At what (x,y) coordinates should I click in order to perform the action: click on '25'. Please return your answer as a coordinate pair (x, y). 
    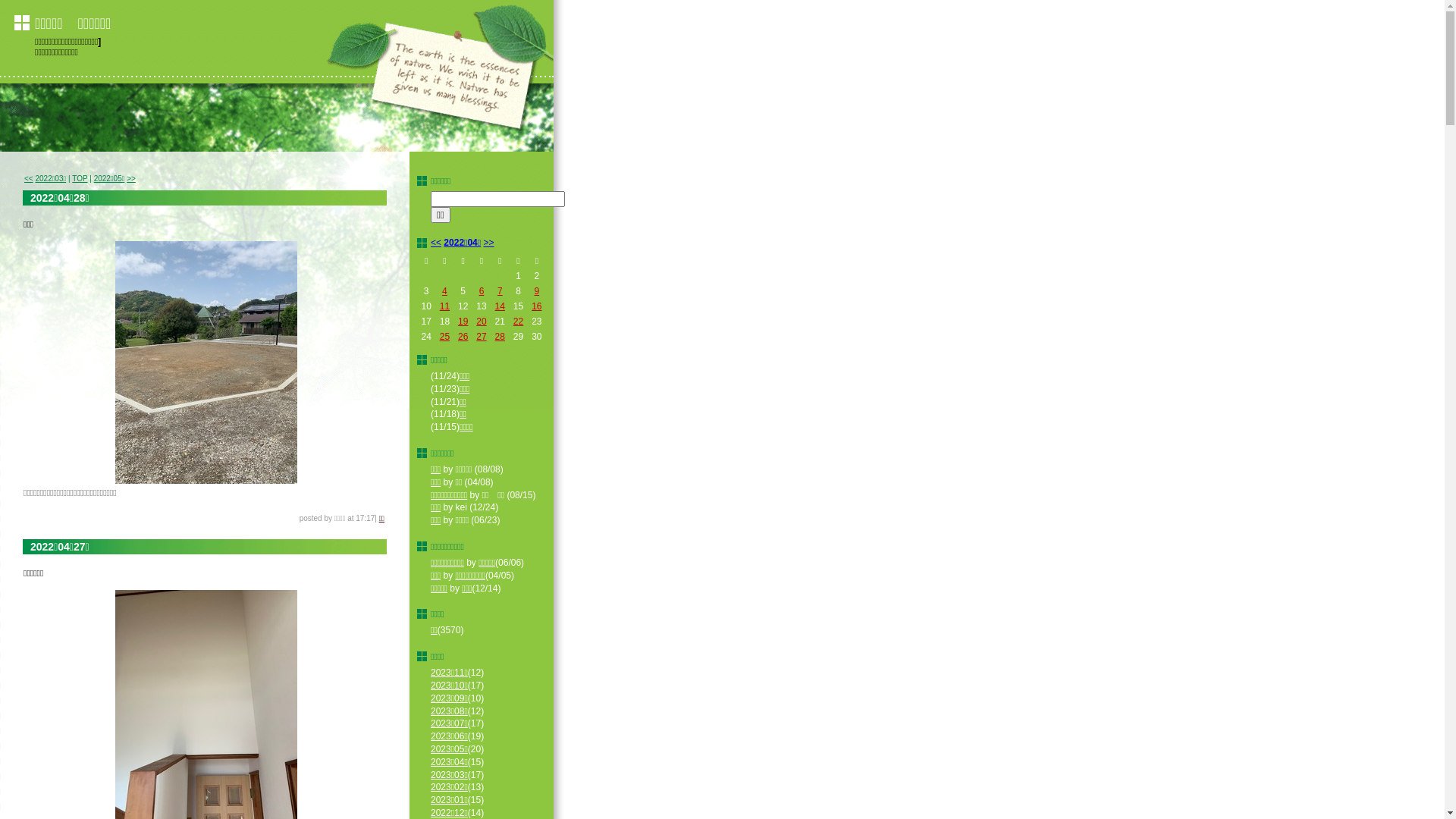
    Looking at the image, I should click on (444, 335).